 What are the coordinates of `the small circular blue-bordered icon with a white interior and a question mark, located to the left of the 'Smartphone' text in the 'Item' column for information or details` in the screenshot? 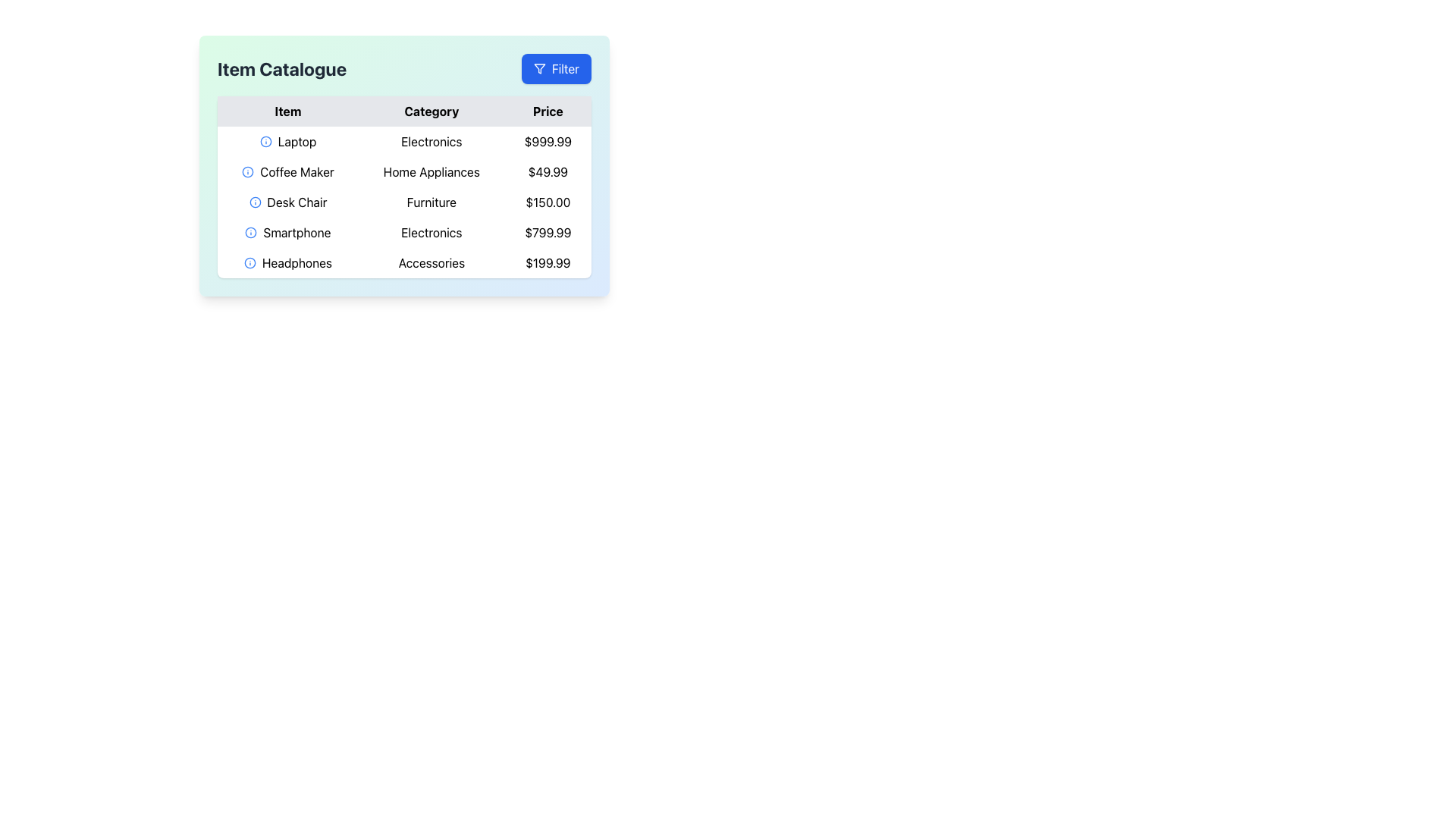 It's located at (251, 233).